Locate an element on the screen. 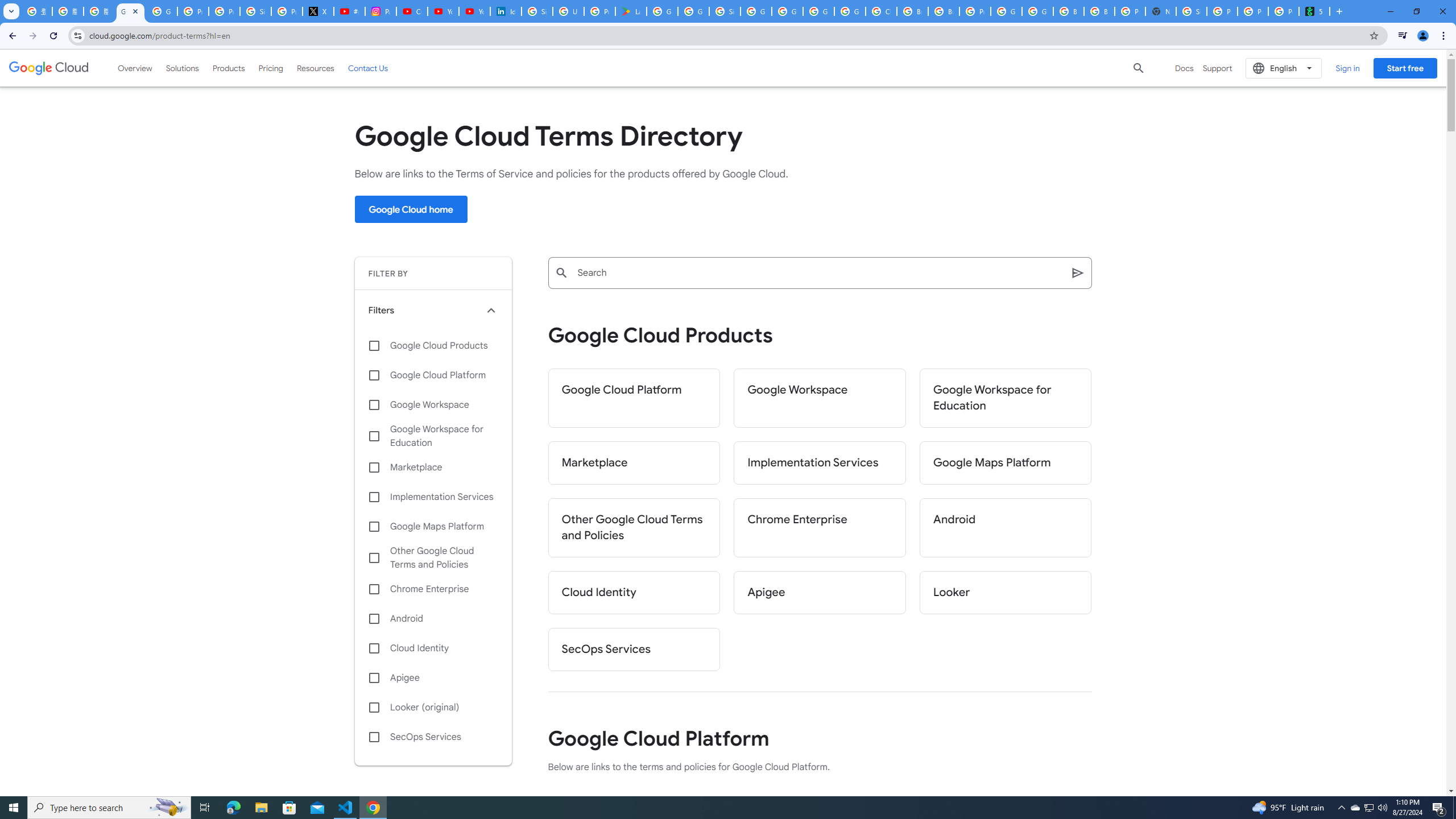 This screenshot has height=819, width=1456. 'Google Maps Platform' is located at coordinates (433, 526).